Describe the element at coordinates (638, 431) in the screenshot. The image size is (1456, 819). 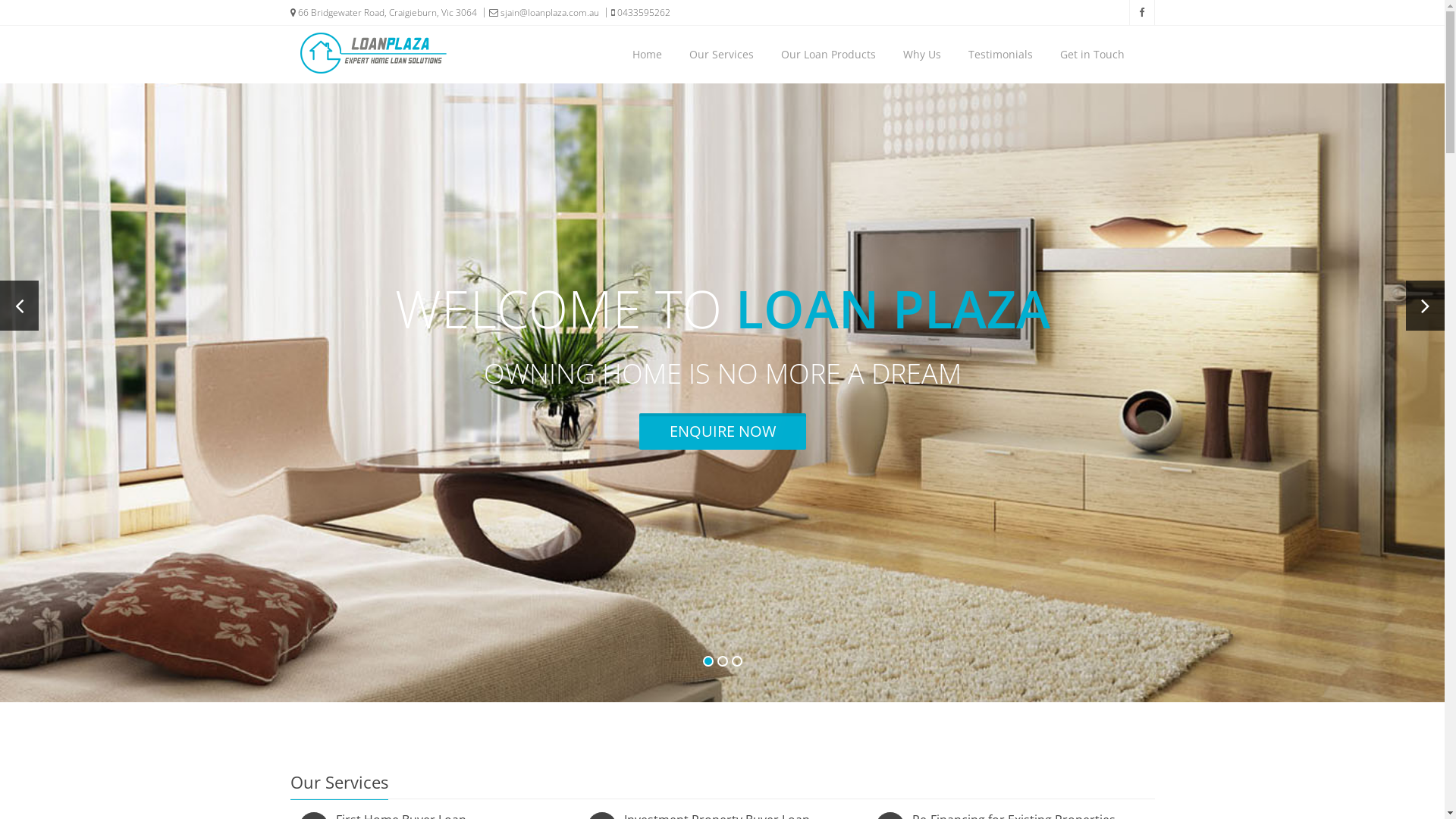
I see `'ENQUIRE NOW'` at that location.